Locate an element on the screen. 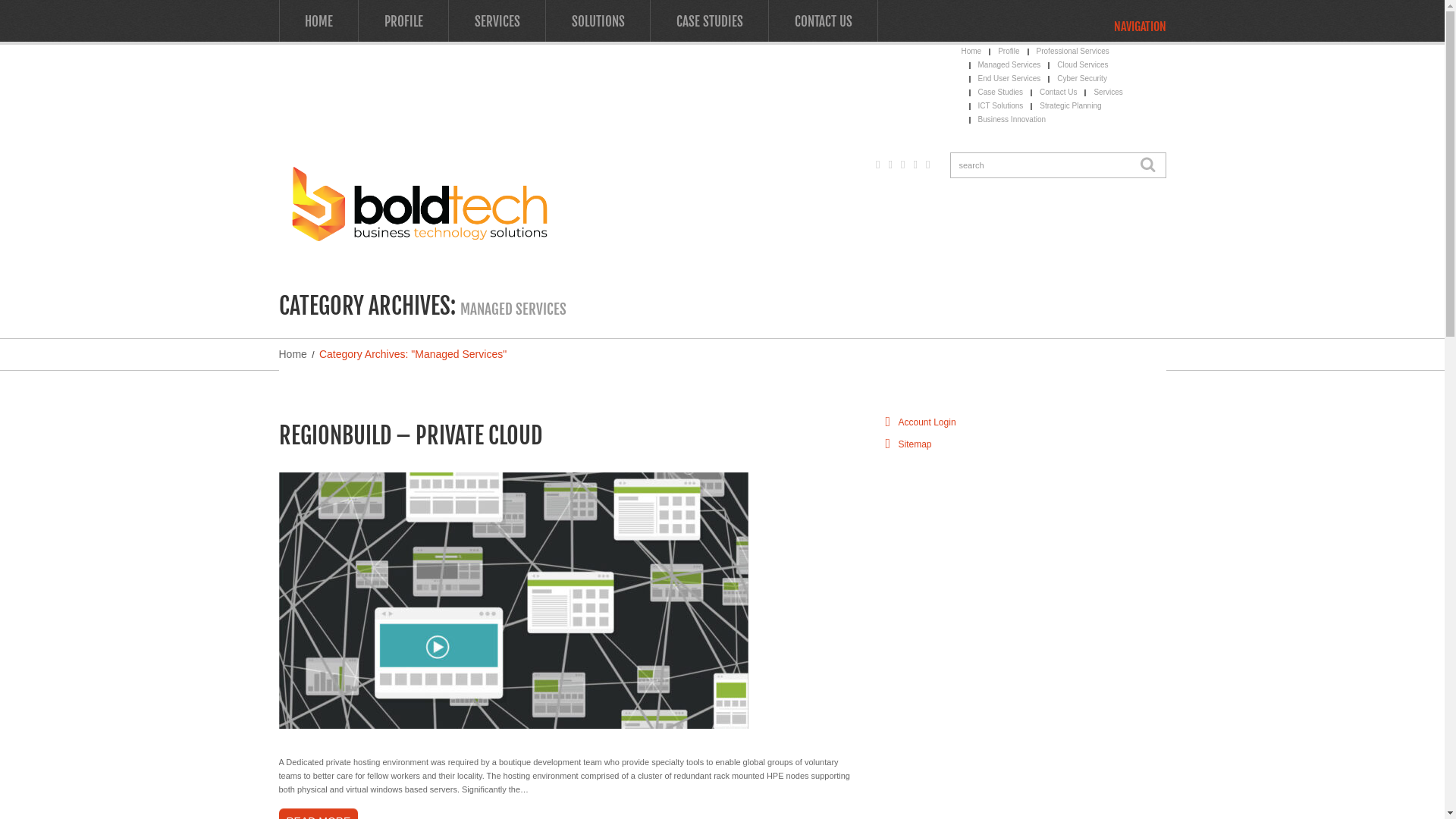  'Services' is located at coordinates (1093, 92).